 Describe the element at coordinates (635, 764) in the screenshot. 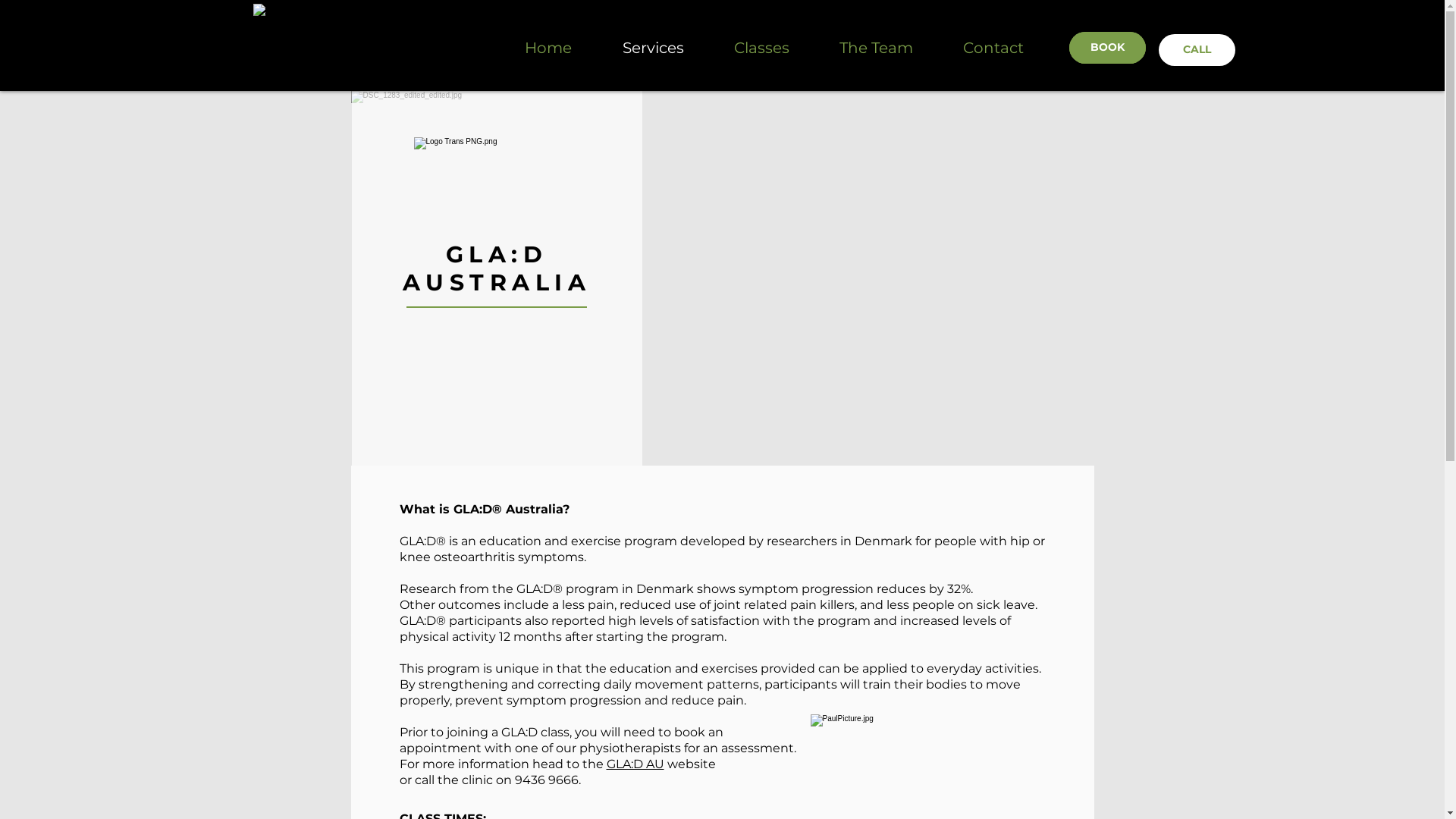

I see `'GLA:D AU'` at that location.